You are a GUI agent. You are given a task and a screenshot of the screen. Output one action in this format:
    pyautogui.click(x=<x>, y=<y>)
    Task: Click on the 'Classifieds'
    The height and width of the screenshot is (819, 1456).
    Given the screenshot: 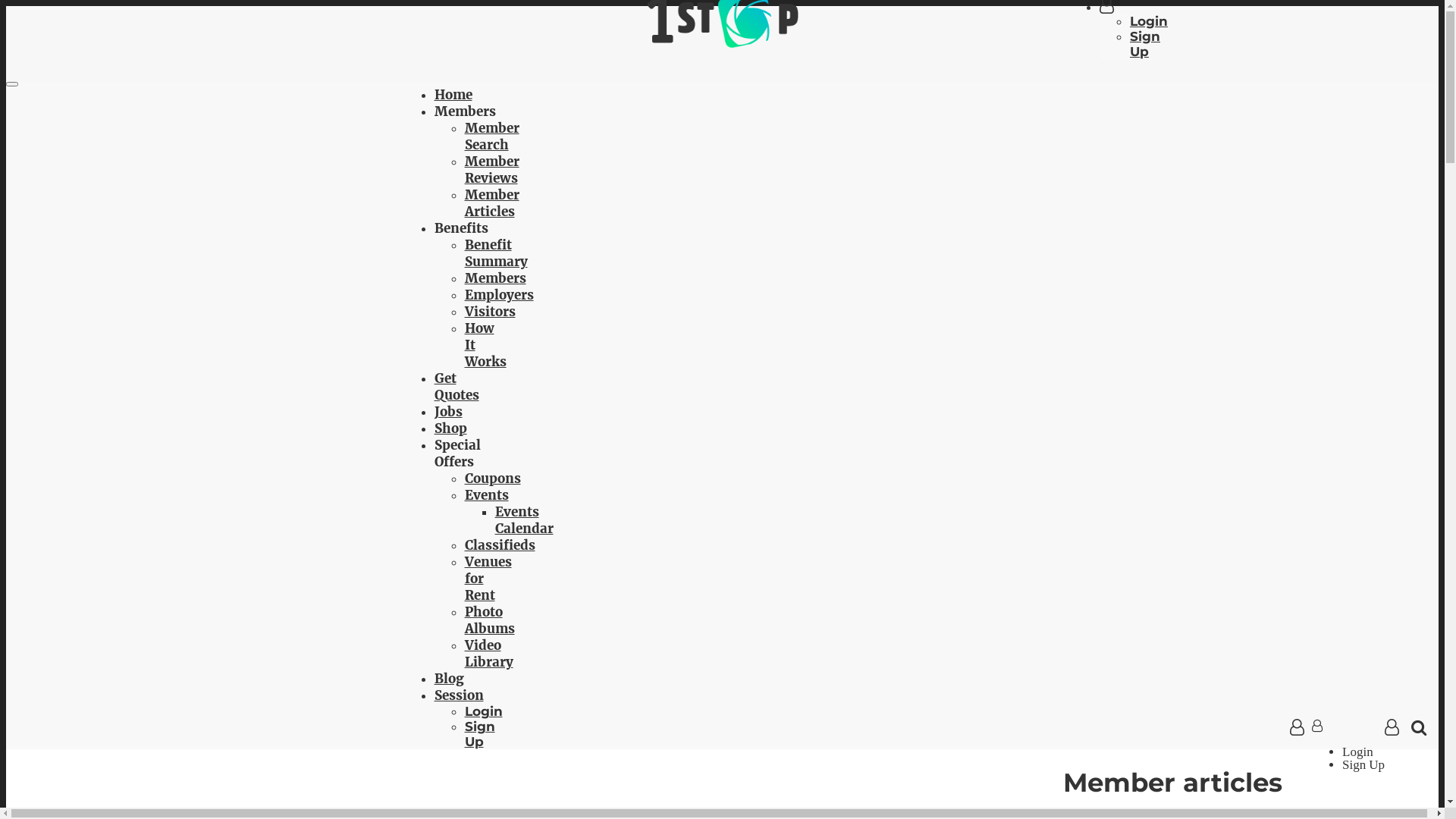 What is the action you would take?
    pyautogui.click(x=499, y=544)
    